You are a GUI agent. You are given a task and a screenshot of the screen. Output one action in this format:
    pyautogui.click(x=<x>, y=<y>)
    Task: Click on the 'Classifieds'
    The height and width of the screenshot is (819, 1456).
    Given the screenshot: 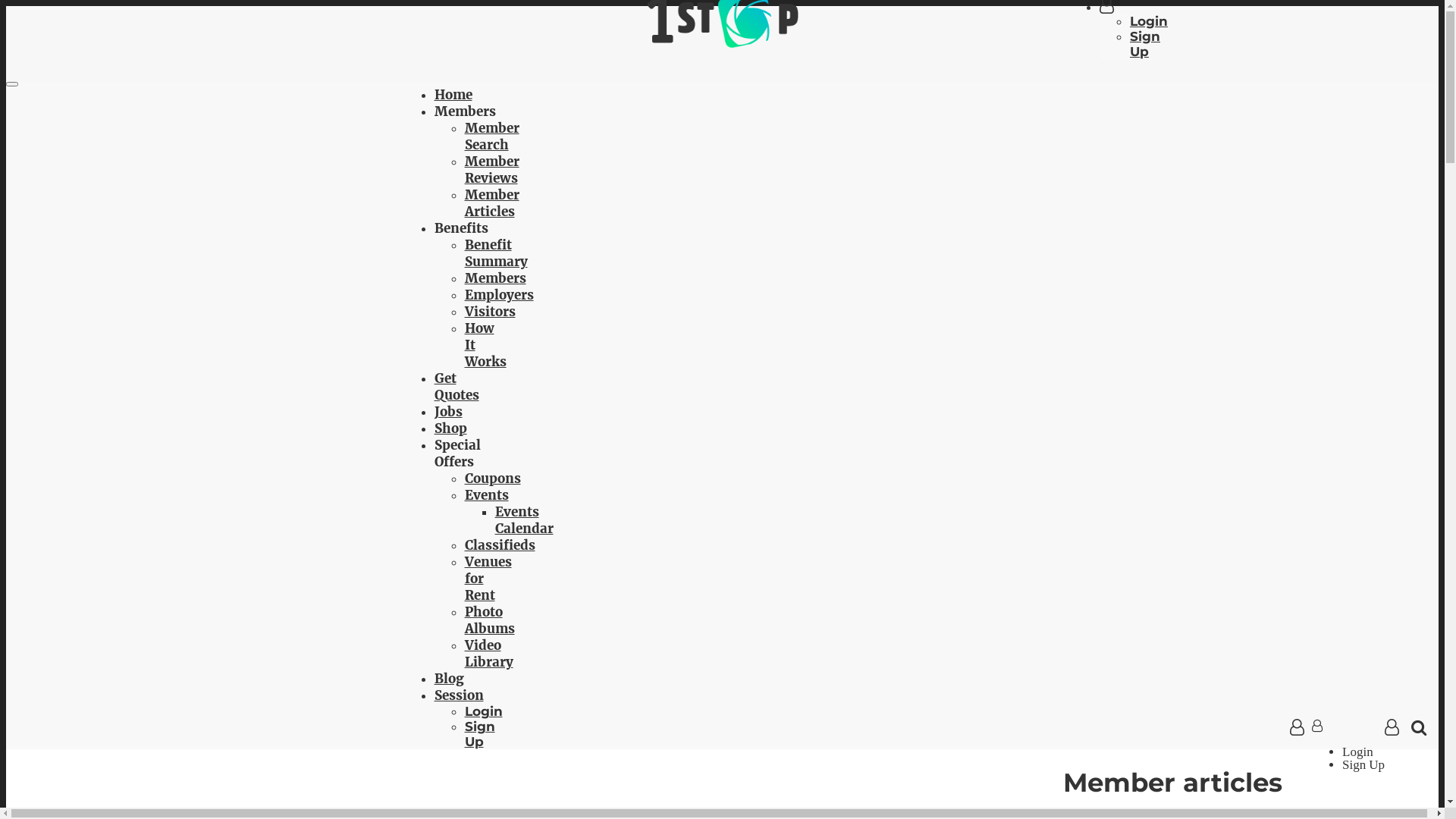 What is the action you would take?
    pyautogui.click(x=499, y=544)
    